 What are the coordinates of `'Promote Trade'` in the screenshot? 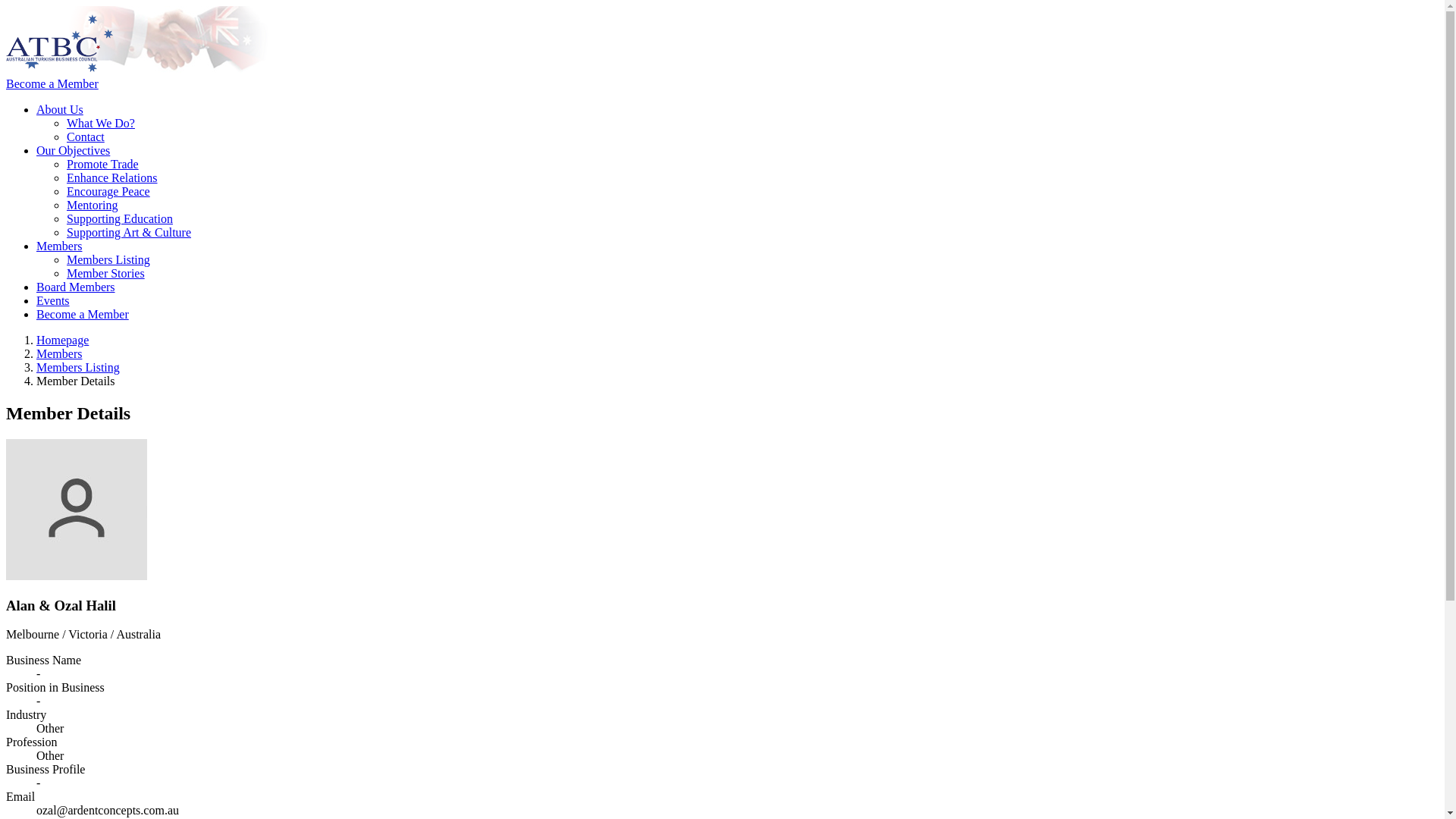 It's located at (102, 164).